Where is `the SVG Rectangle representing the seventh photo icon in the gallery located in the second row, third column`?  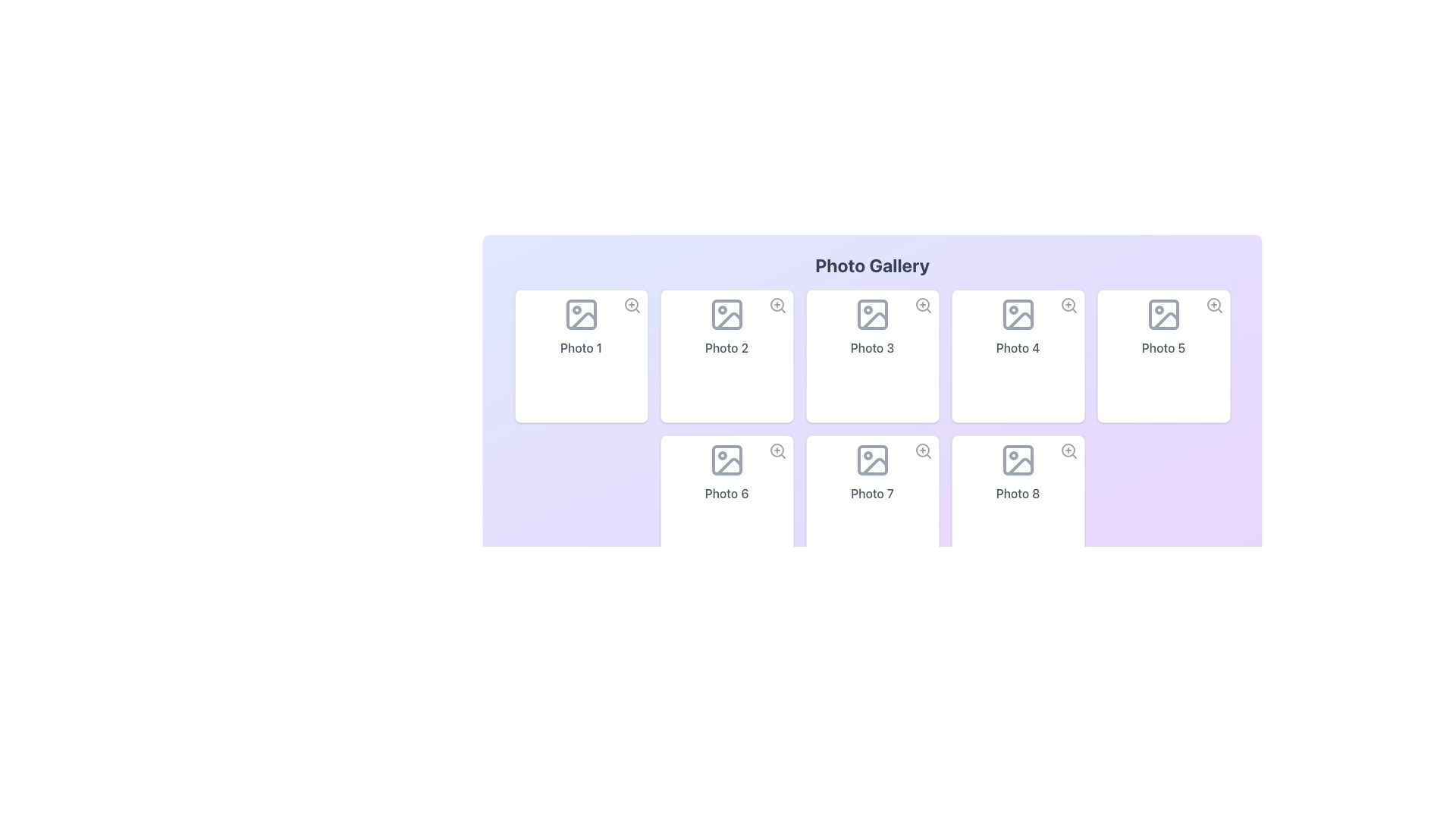
the SVG Rectangle representing the seventh photo icon in the gallery located in the second row, third column is located at coordinates (872, 459).